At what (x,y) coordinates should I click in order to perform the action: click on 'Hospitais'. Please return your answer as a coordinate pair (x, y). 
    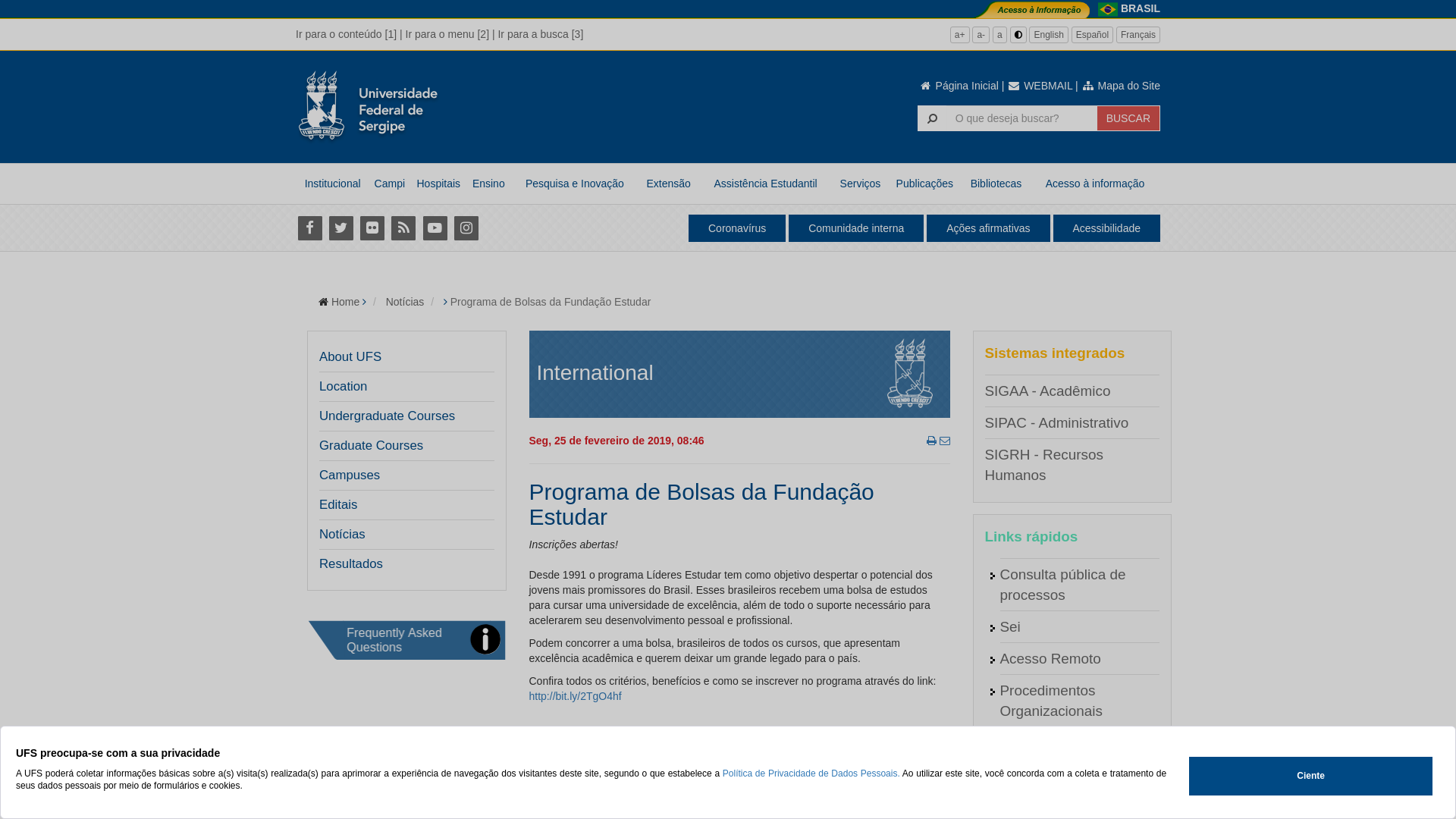
    Looking at the image, I should click on (437, 183).